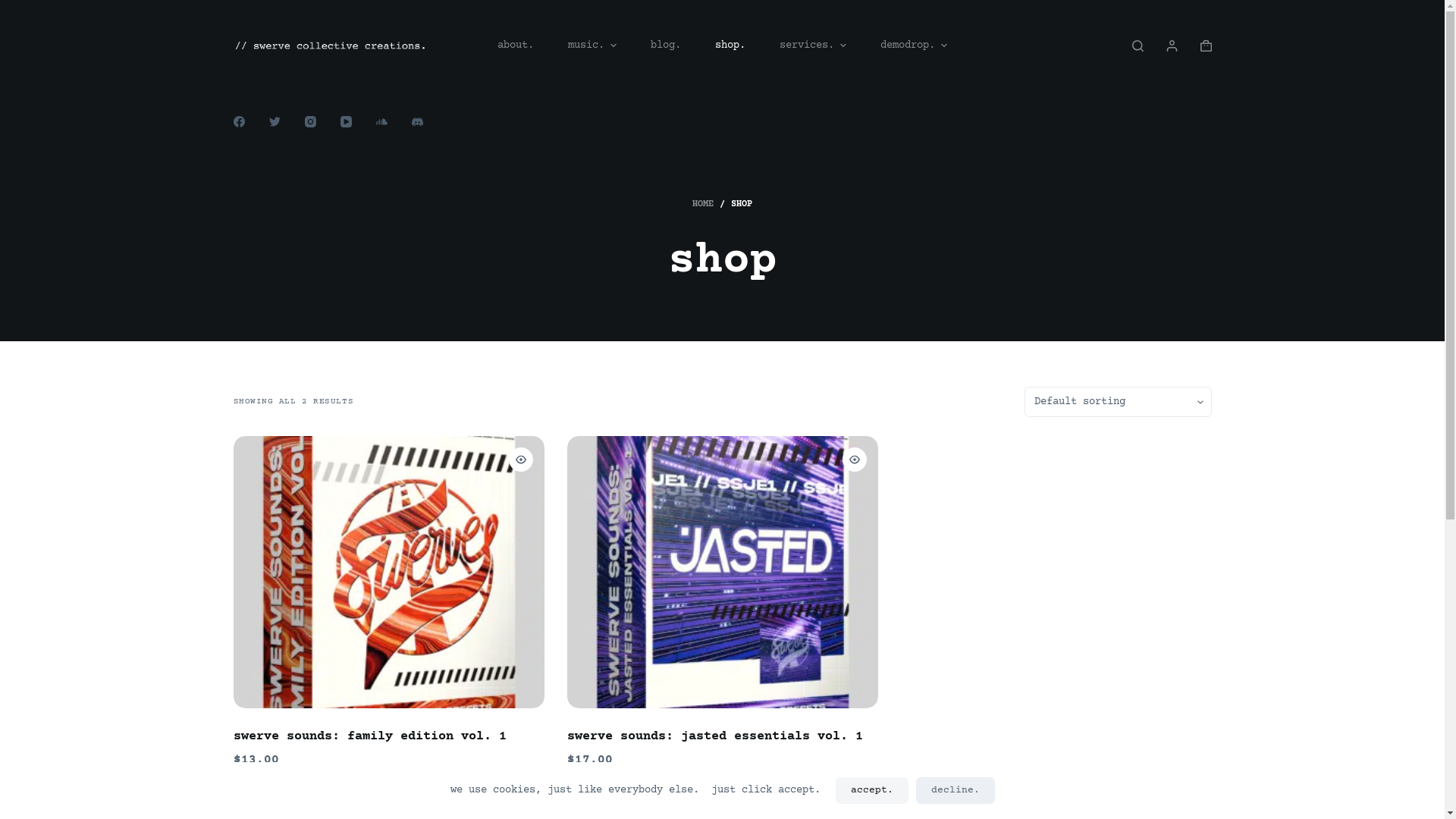  I want to click on 'decline.', so click(954, 789).